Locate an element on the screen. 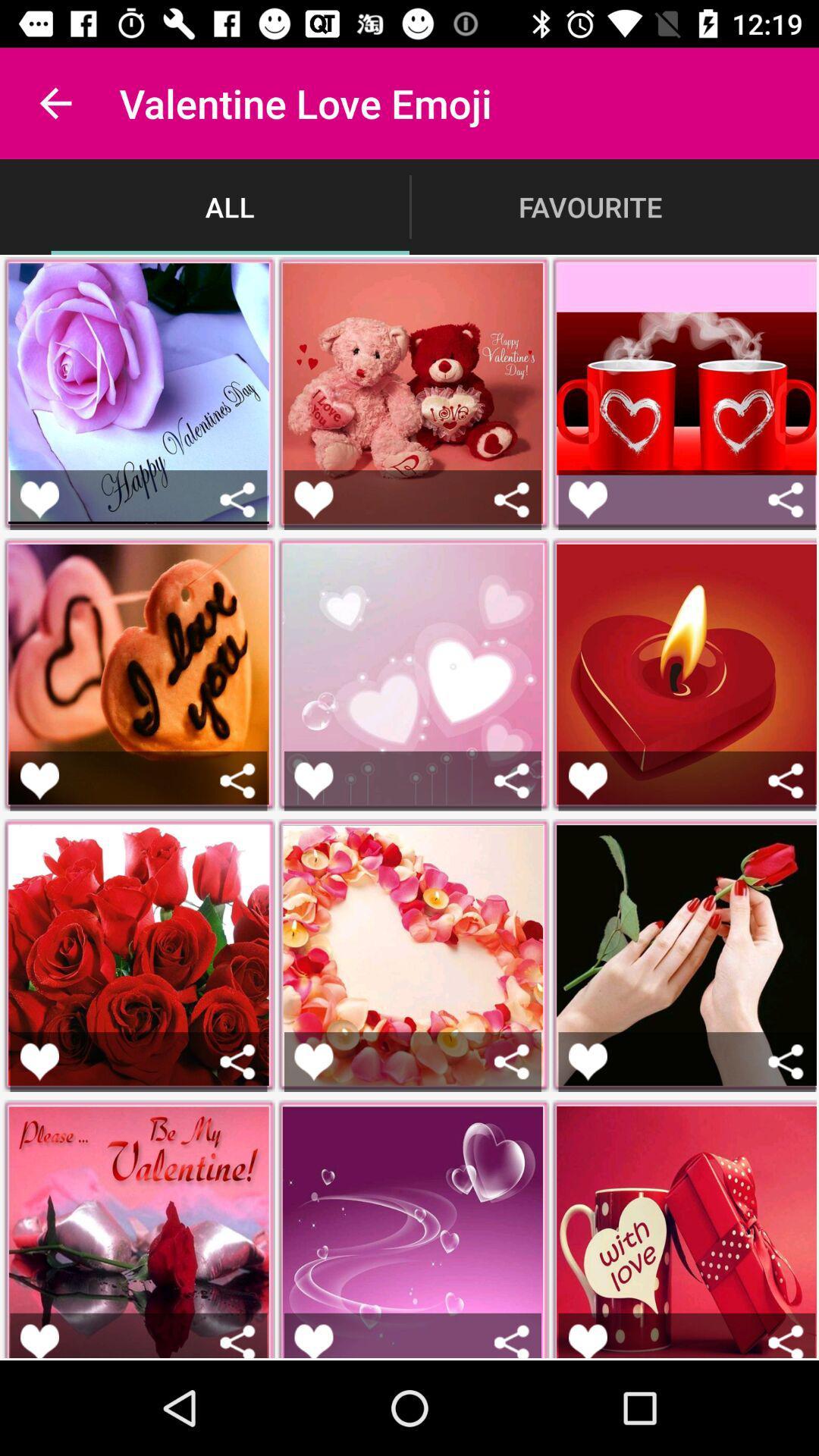 This screenshot has height=1456, width=819. share picture is located at coordinates (237, 500).